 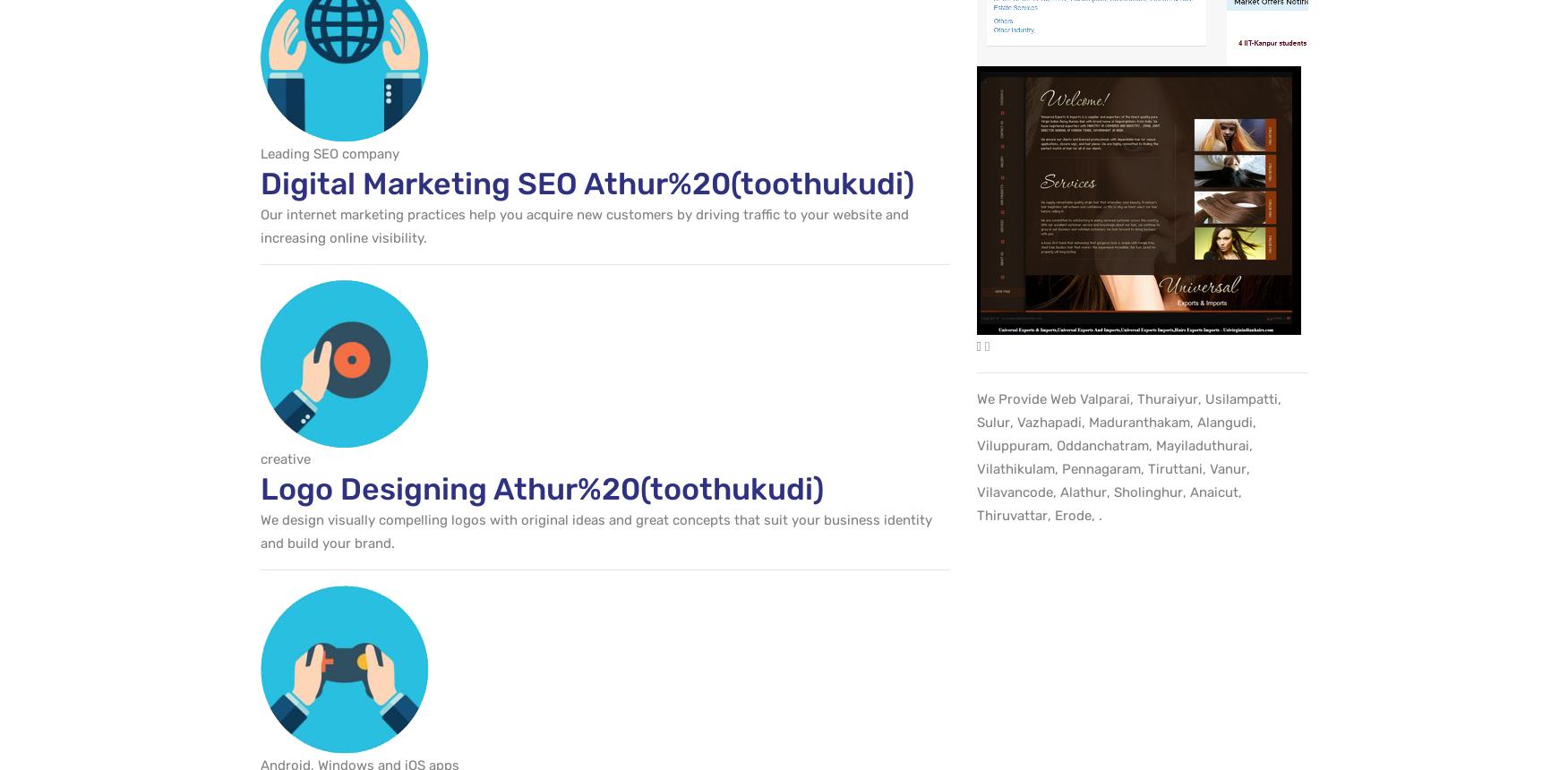 I want to click on 'Alangudi', so click(x=1224, y=422).